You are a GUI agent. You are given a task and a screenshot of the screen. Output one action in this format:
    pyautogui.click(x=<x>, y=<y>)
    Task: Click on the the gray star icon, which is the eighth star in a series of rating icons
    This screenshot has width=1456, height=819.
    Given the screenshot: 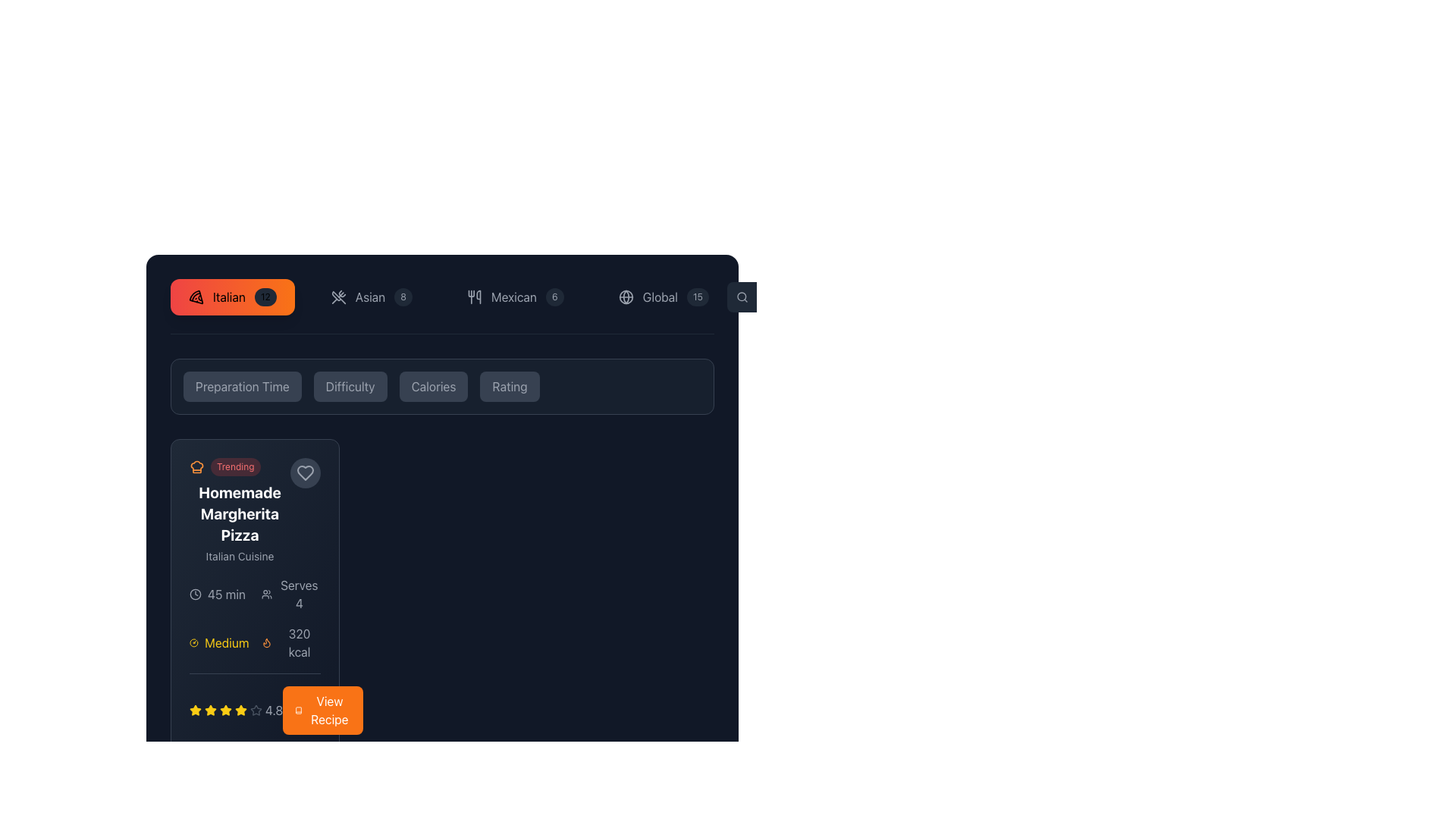 What is the action you would take?
    pyautogui.click(x=256, y=711)
    